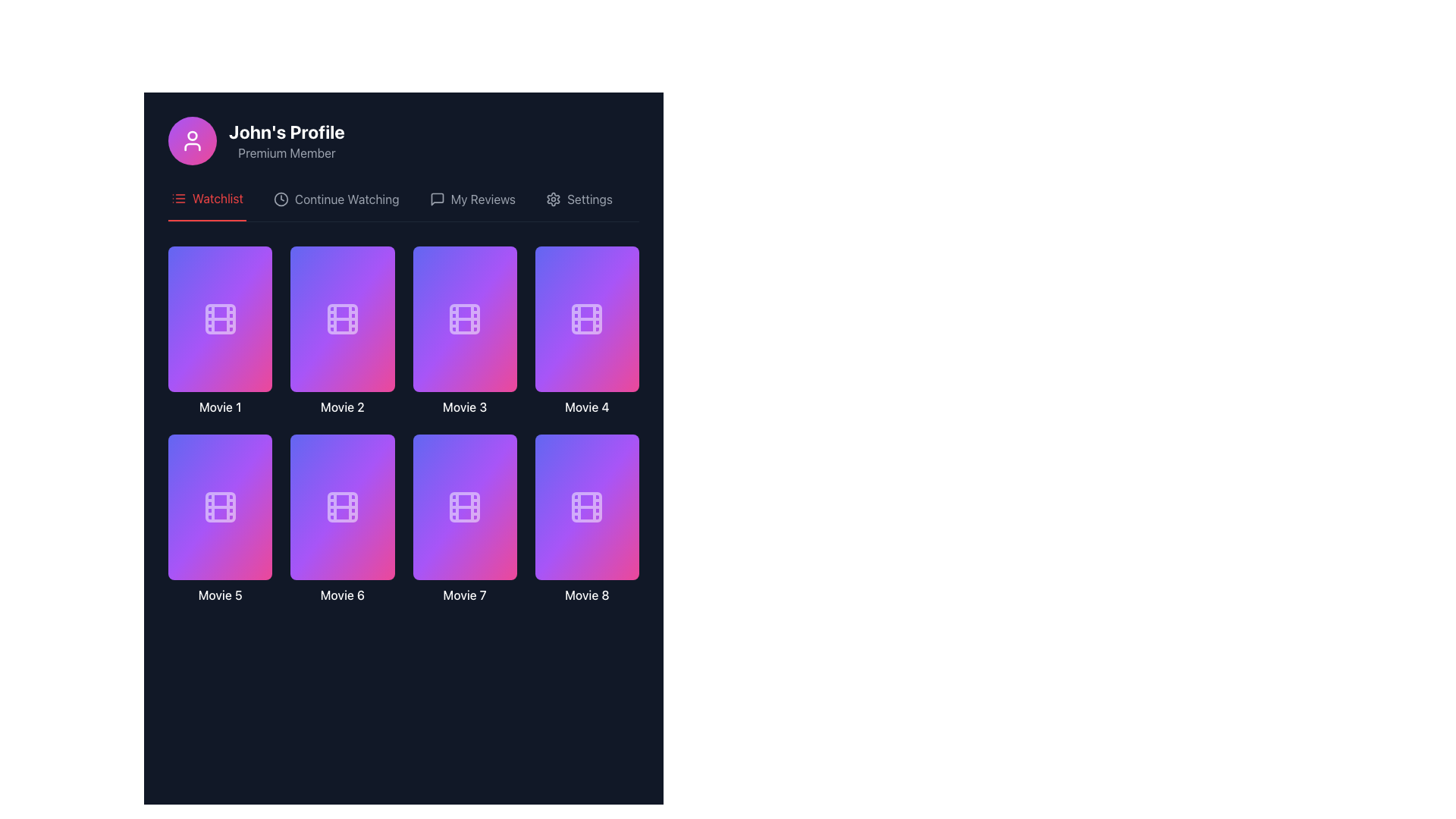 Image resolution: width=1456 pixels, height=819 pixels. Describe the element at coordinates (464, 500) in the screenshot. I see `the playback button for 'Movie 7'` at that location.